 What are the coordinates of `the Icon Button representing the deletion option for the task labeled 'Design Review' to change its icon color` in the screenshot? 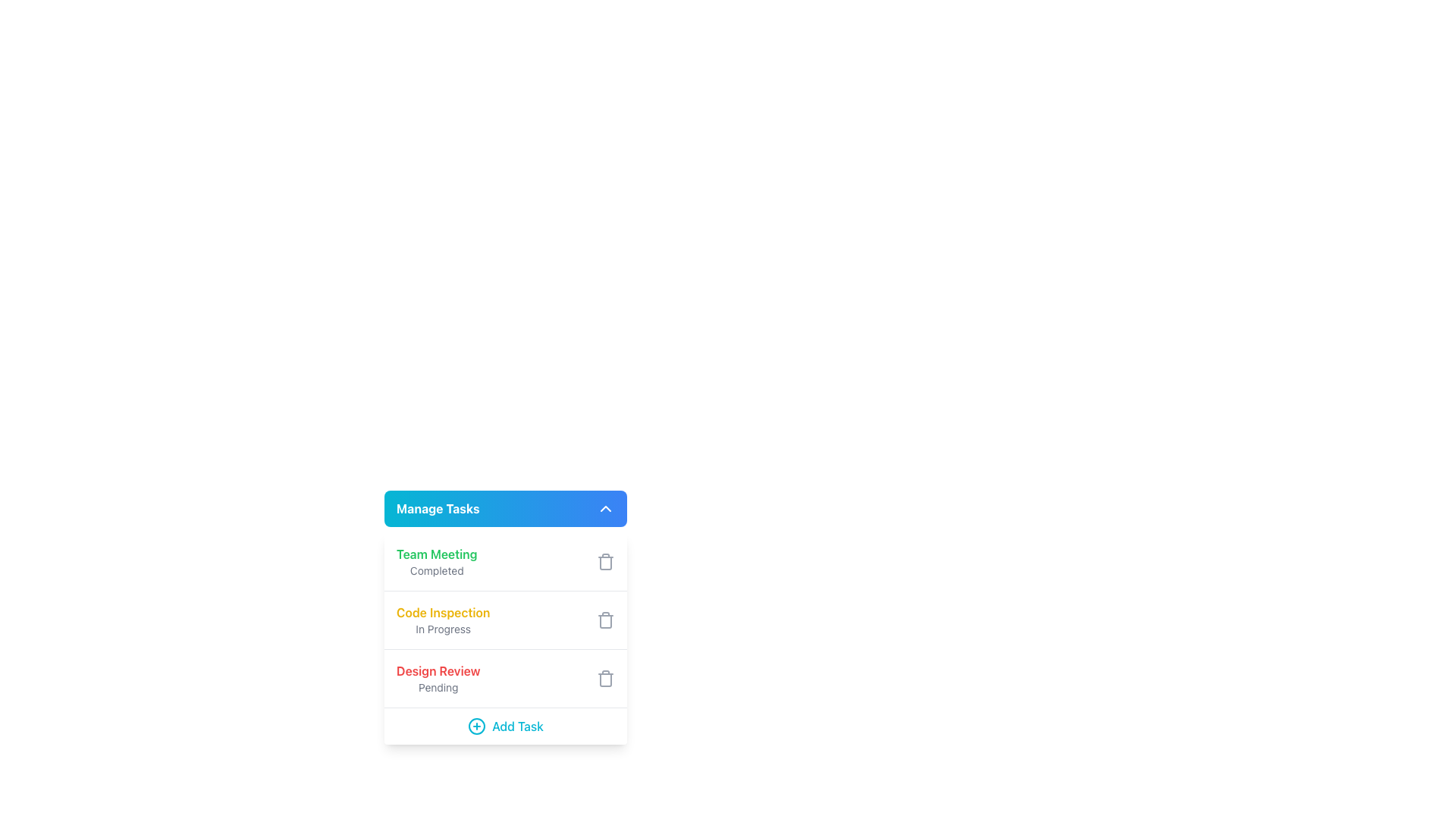 It's located at (604, 677).